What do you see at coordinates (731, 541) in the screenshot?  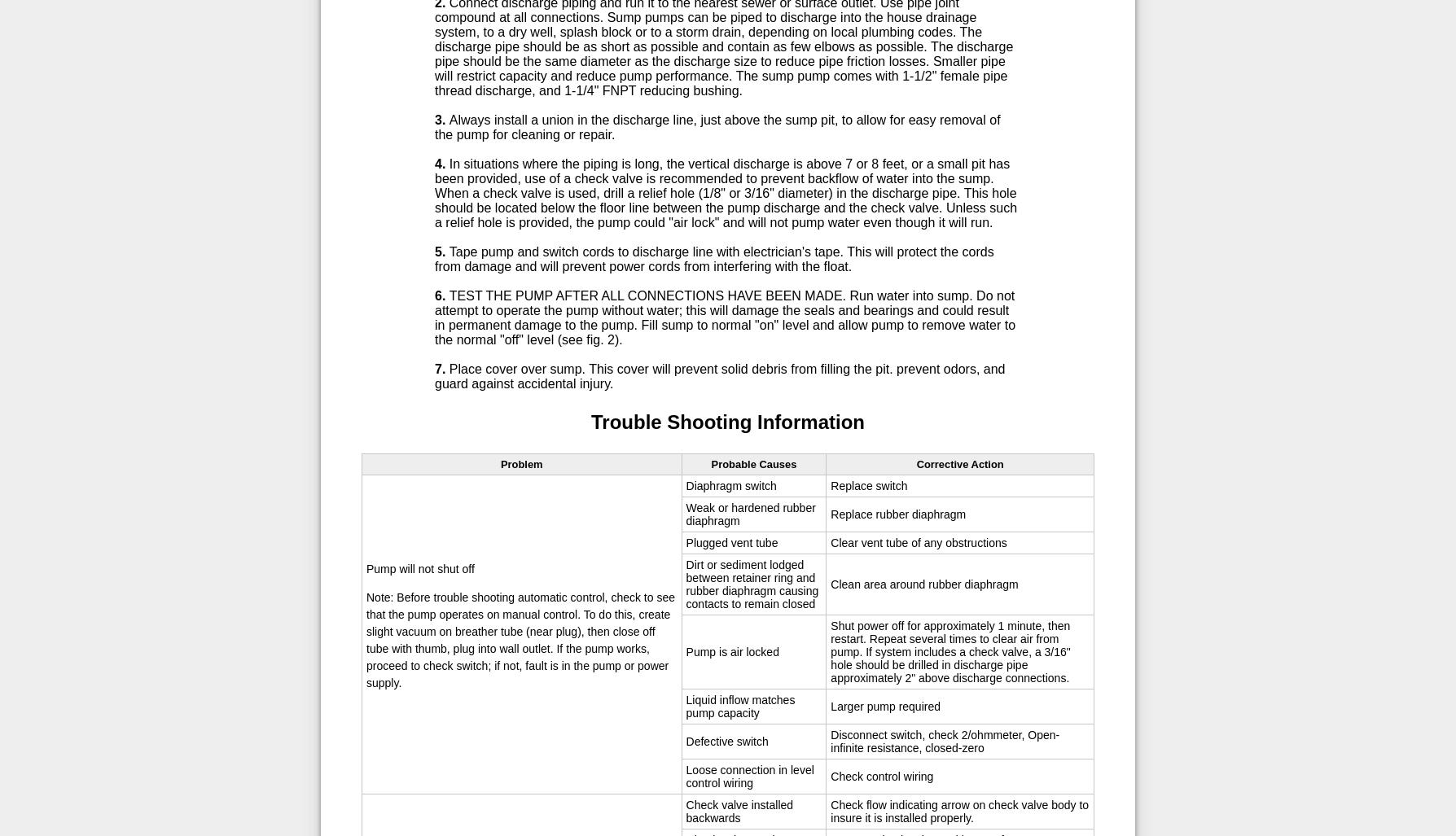 I see `'Plugged vent tube'` at bounding box center [731, 541].